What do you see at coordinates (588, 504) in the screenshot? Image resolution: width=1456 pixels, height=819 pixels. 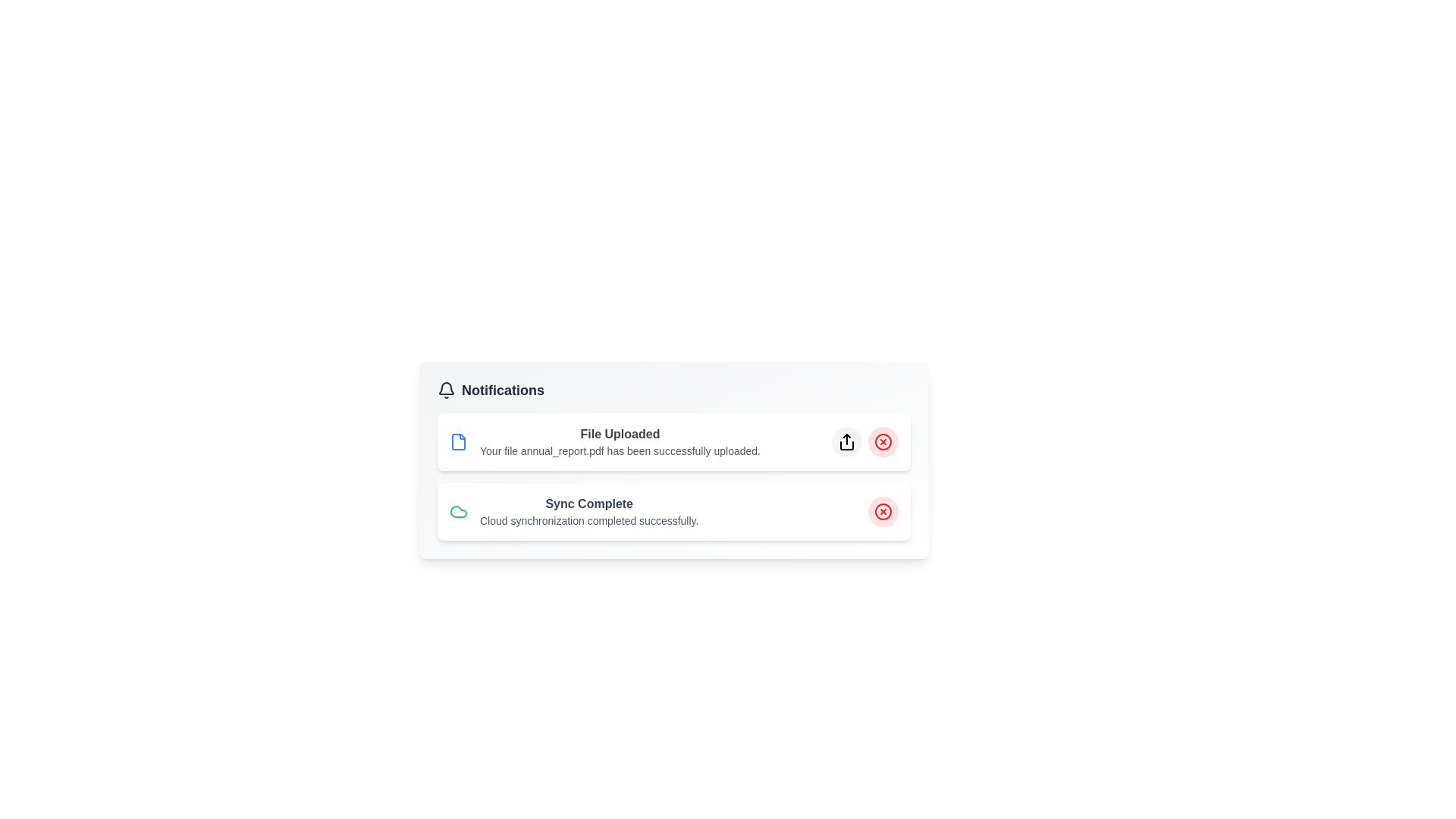 I see `the prominent heading text that displays 'Sync Complete' within the second notification card, which is visually emphasized in bold dark gray font` at bounding box center [588, 504].